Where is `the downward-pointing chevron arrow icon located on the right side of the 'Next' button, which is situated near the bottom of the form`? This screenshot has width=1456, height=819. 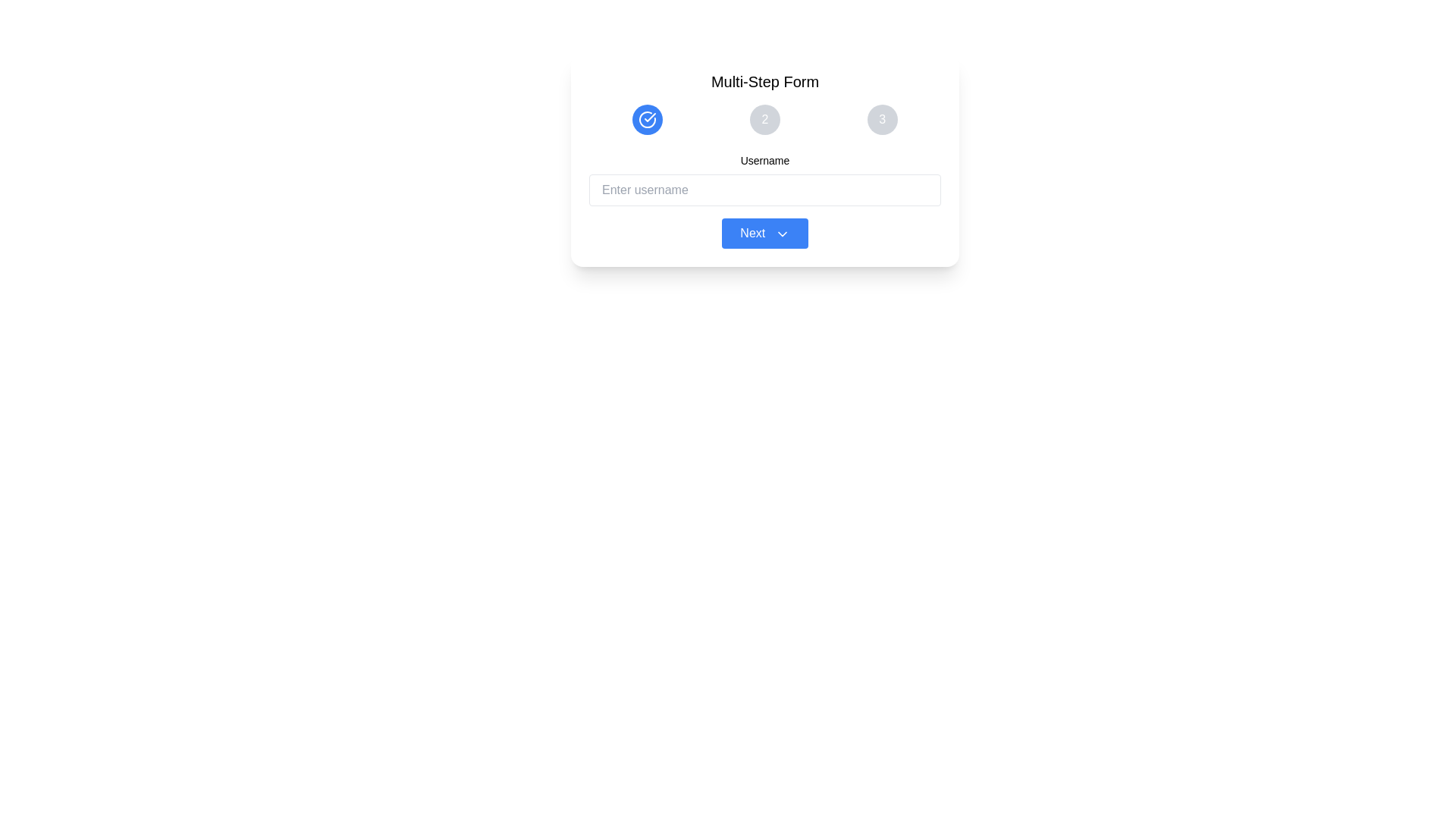
the downward-pointing chevron arrow icon located on the right side of the 'Next' button, which is situated near the bottom of the form is located at coordinates (782, 234).